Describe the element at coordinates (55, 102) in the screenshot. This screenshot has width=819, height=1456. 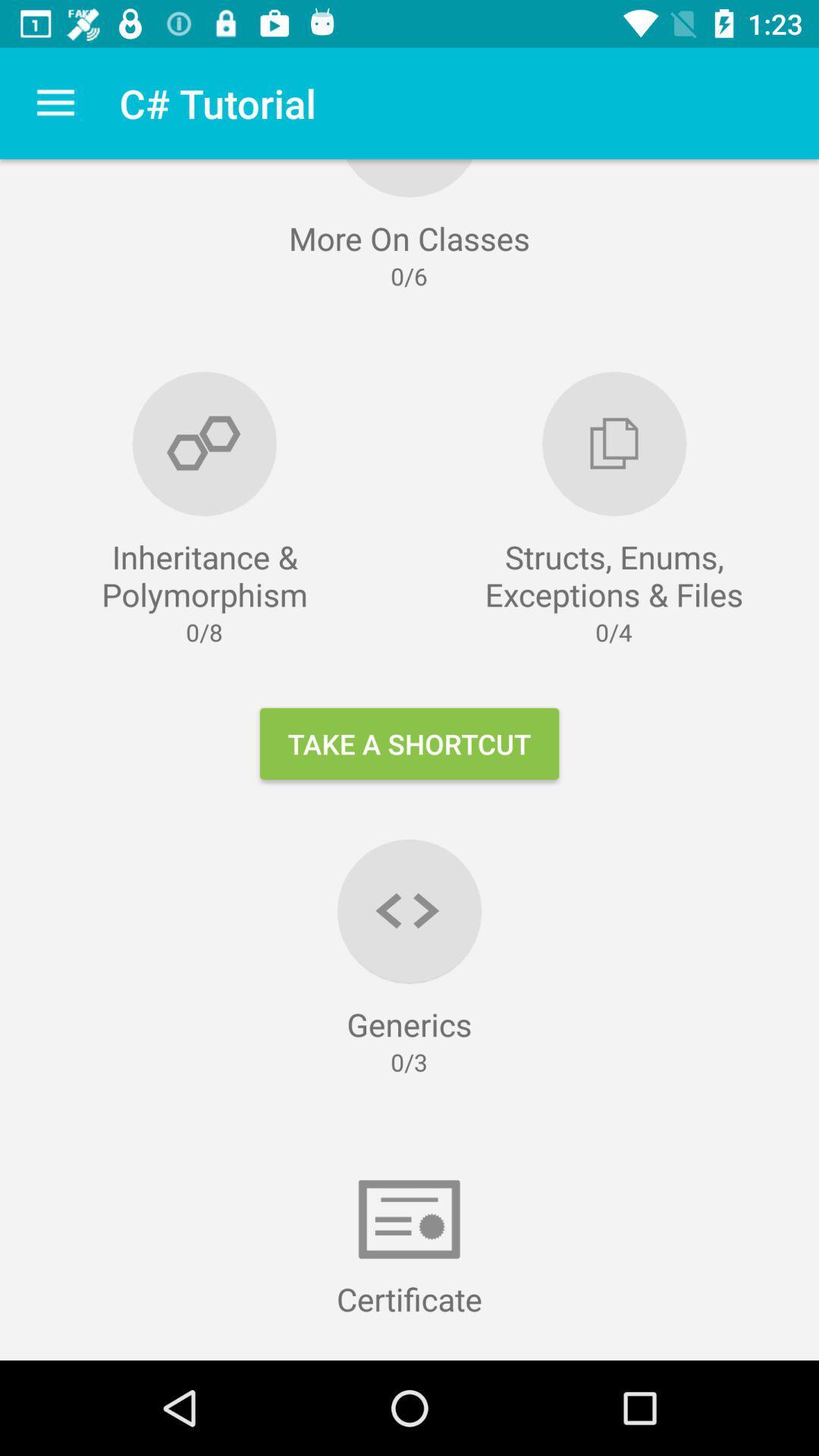
I see `the icon above the inheritance & polymorphism` at that location.